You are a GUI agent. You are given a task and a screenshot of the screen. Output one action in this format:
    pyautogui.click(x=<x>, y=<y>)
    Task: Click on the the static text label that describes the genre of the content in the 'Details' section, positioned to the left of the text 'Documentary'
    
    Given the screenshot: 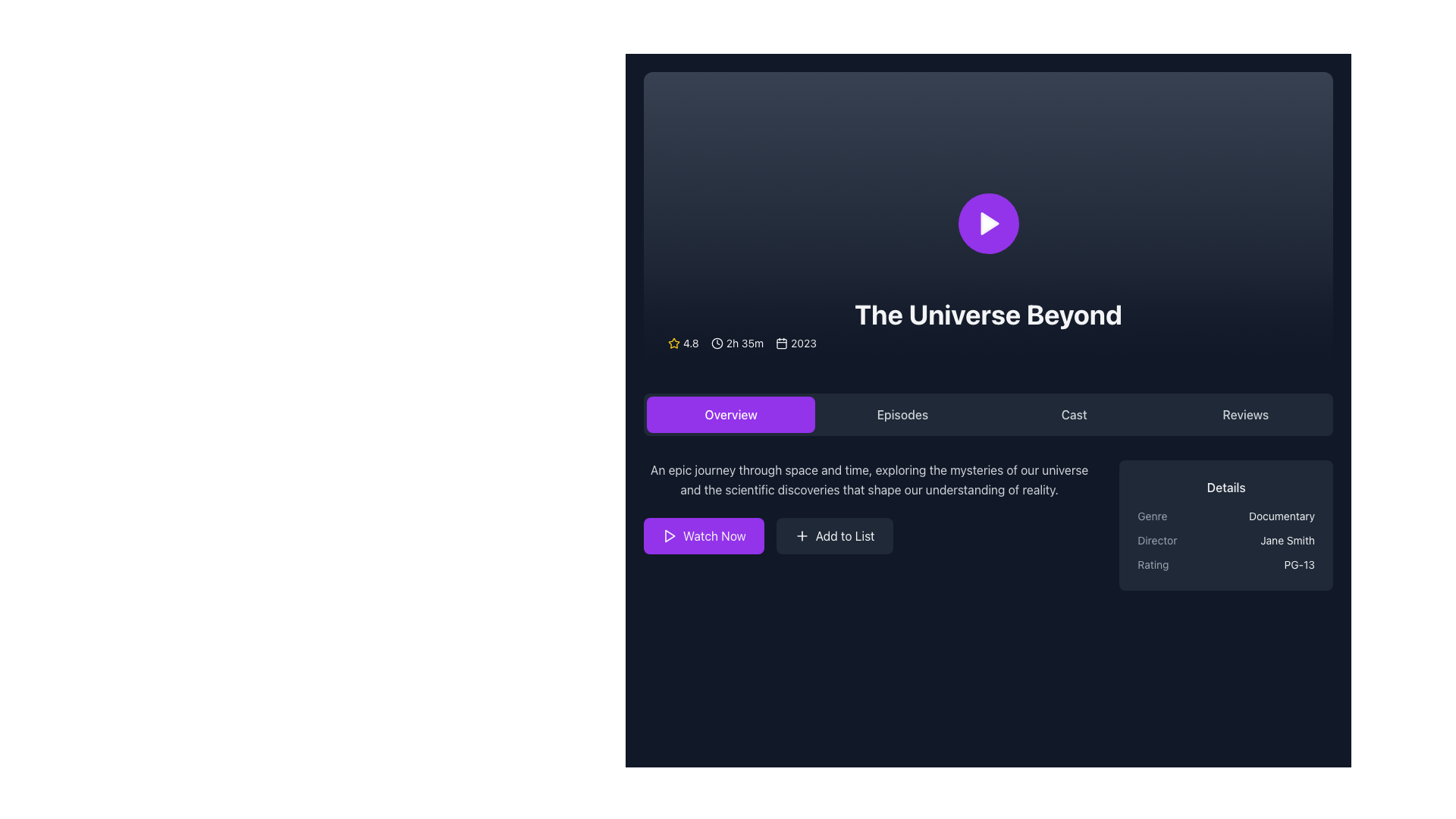 What is the action you would take?
    pyautogui.click(x=1152, y=516)
    